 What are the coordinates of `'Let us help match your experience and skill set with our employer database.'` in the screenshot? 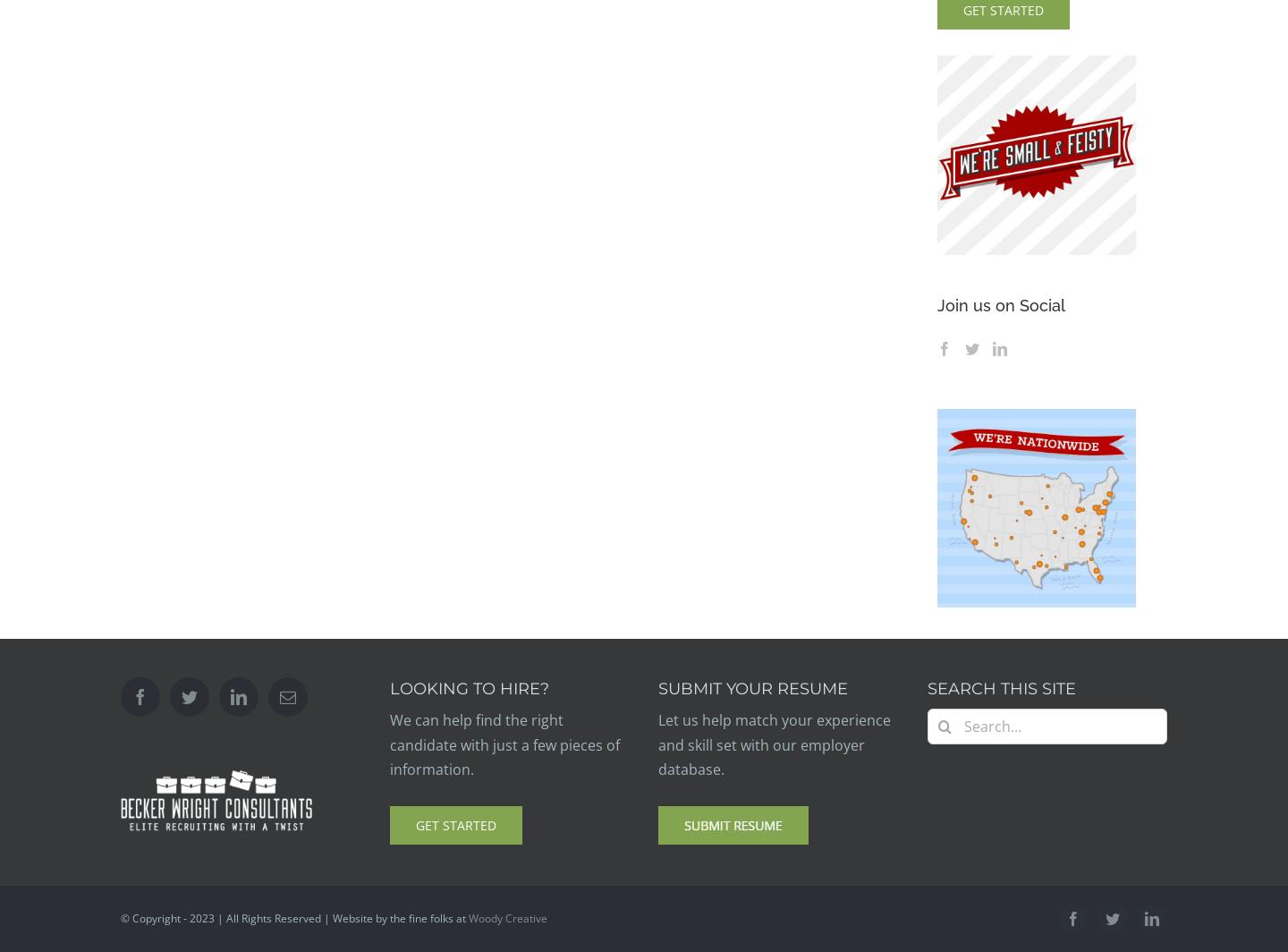 It's located at (774, 744).